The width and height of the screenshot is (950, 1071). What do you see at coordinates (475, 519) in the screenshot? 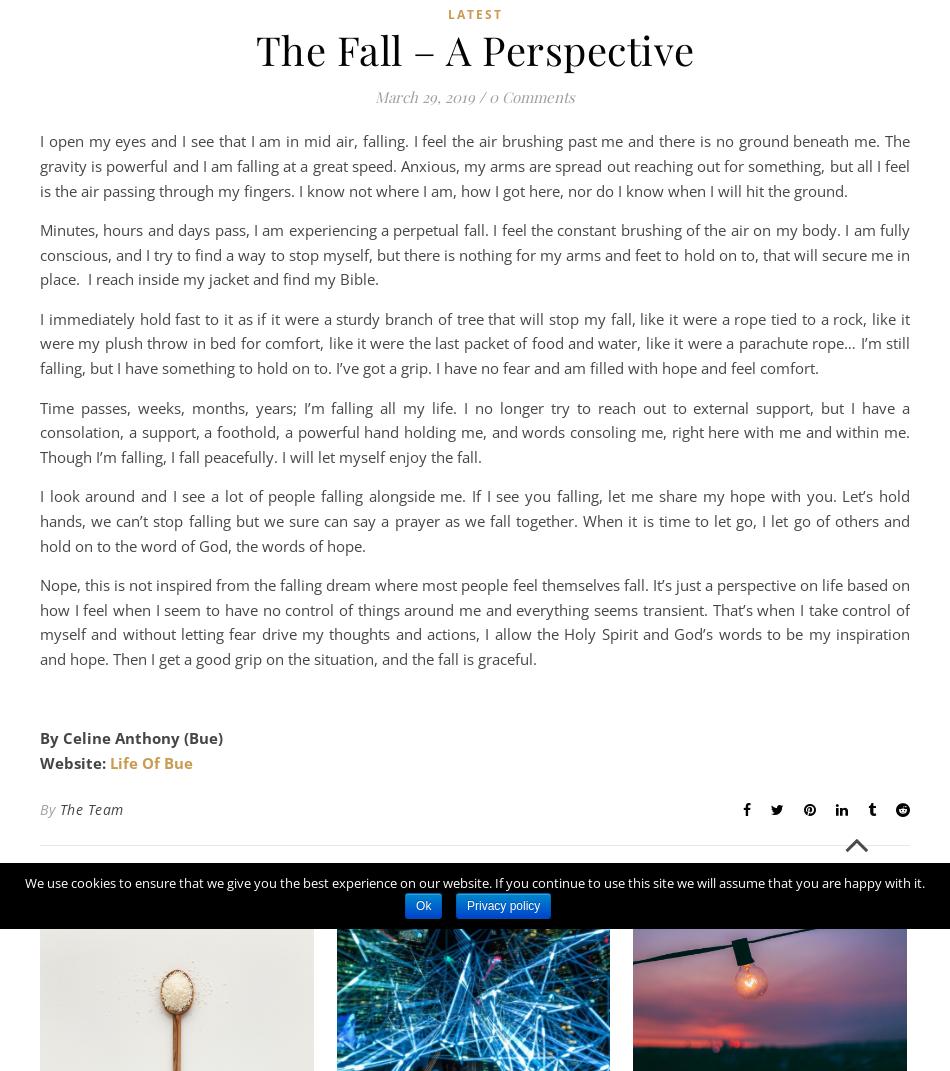
I see `'I look around and I see a lot of people falling alongside me. If I see you falling, let me share my hope with you. Let’s hold hands, we can’t stop falling but we sure can say a prayer as we fall together. When it is time to let go, I let go of others and hold on to the word of God, the words of hope.'` at bounding box center [475, 519].